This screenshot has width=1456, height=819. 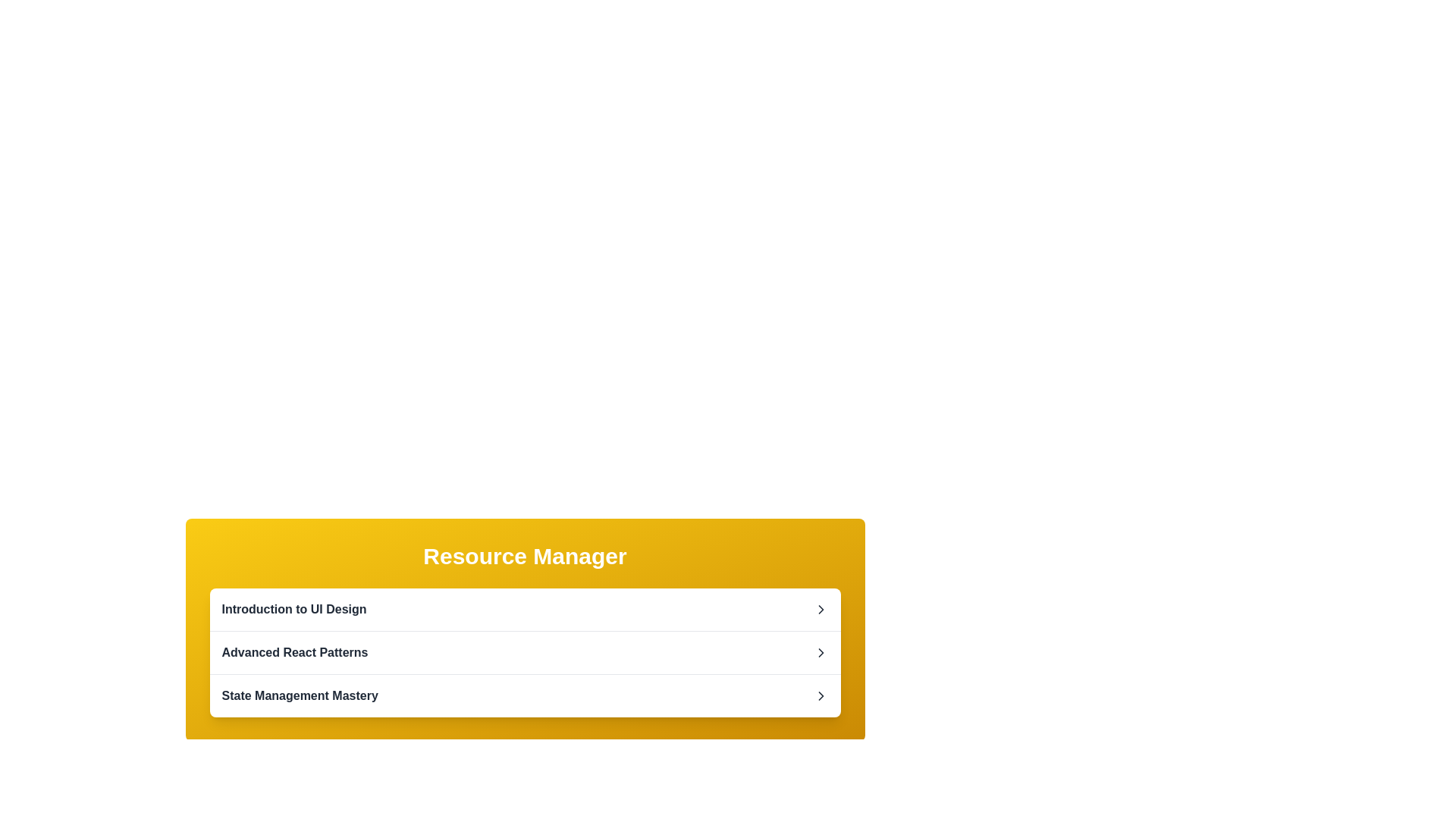 What do you see at coordinates (820, 651) in the screenshot?
I see `the chevron icon at the far right end of the 'Advanced React Patterns' list item in the 'Resource Manager' interface` at bounding box center [820, 651].